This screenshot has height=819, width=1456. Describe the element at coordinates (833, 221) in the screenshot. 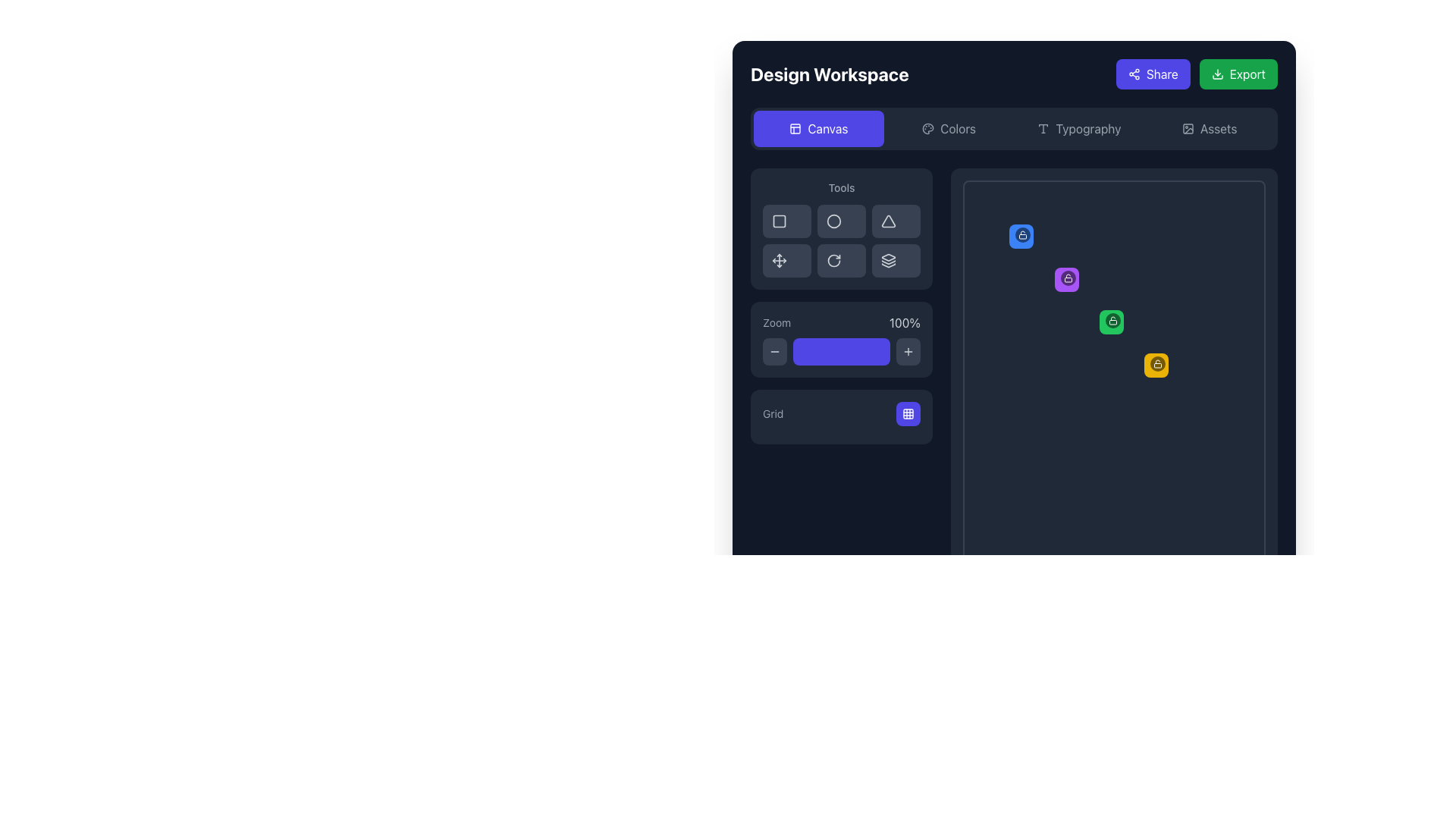

I see `the circular icon in the Tools section of the left sidebar` at that location.